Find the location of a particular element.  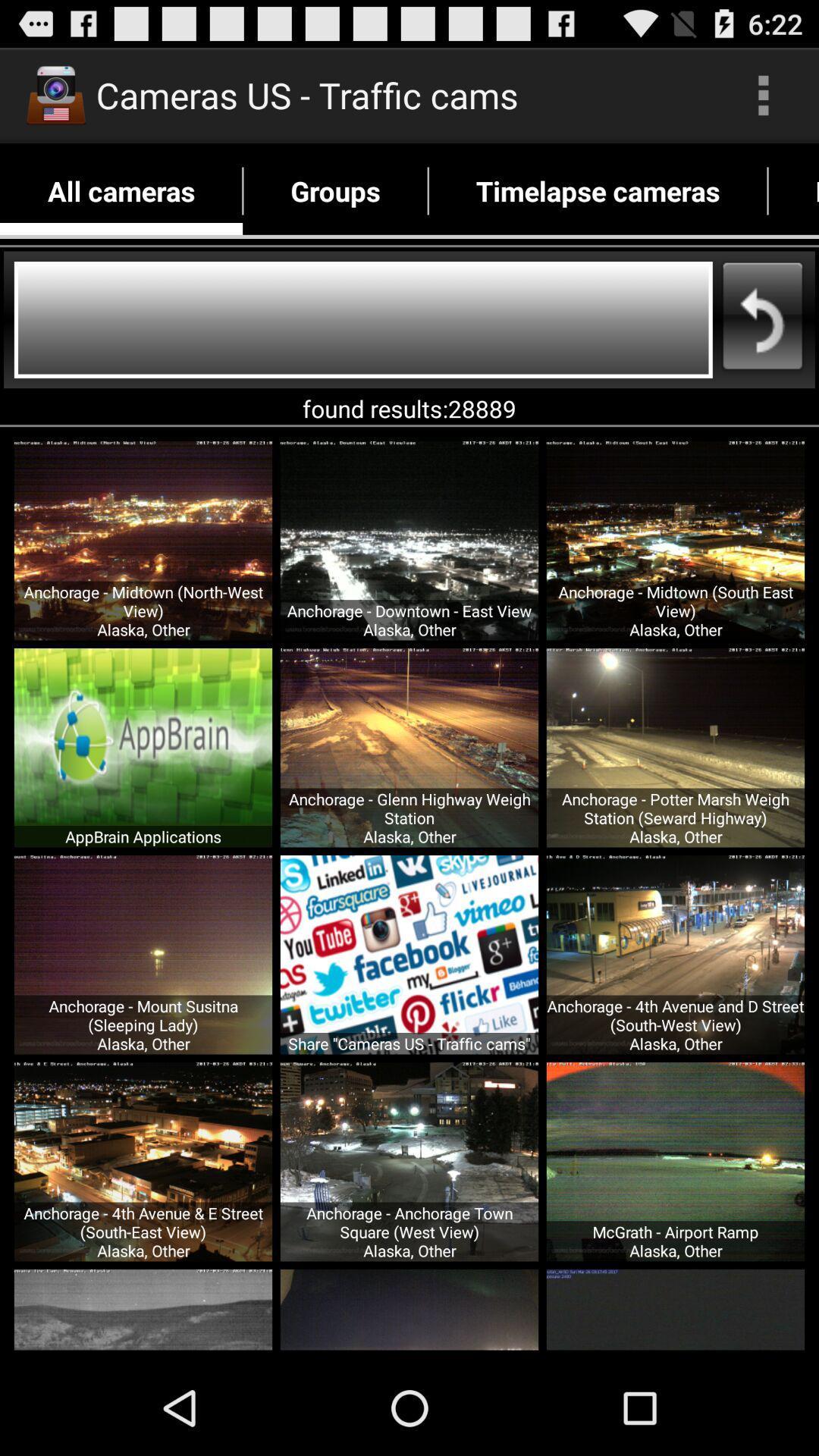

the app next to timelapse cameras item is located at coordinates (792, 190).